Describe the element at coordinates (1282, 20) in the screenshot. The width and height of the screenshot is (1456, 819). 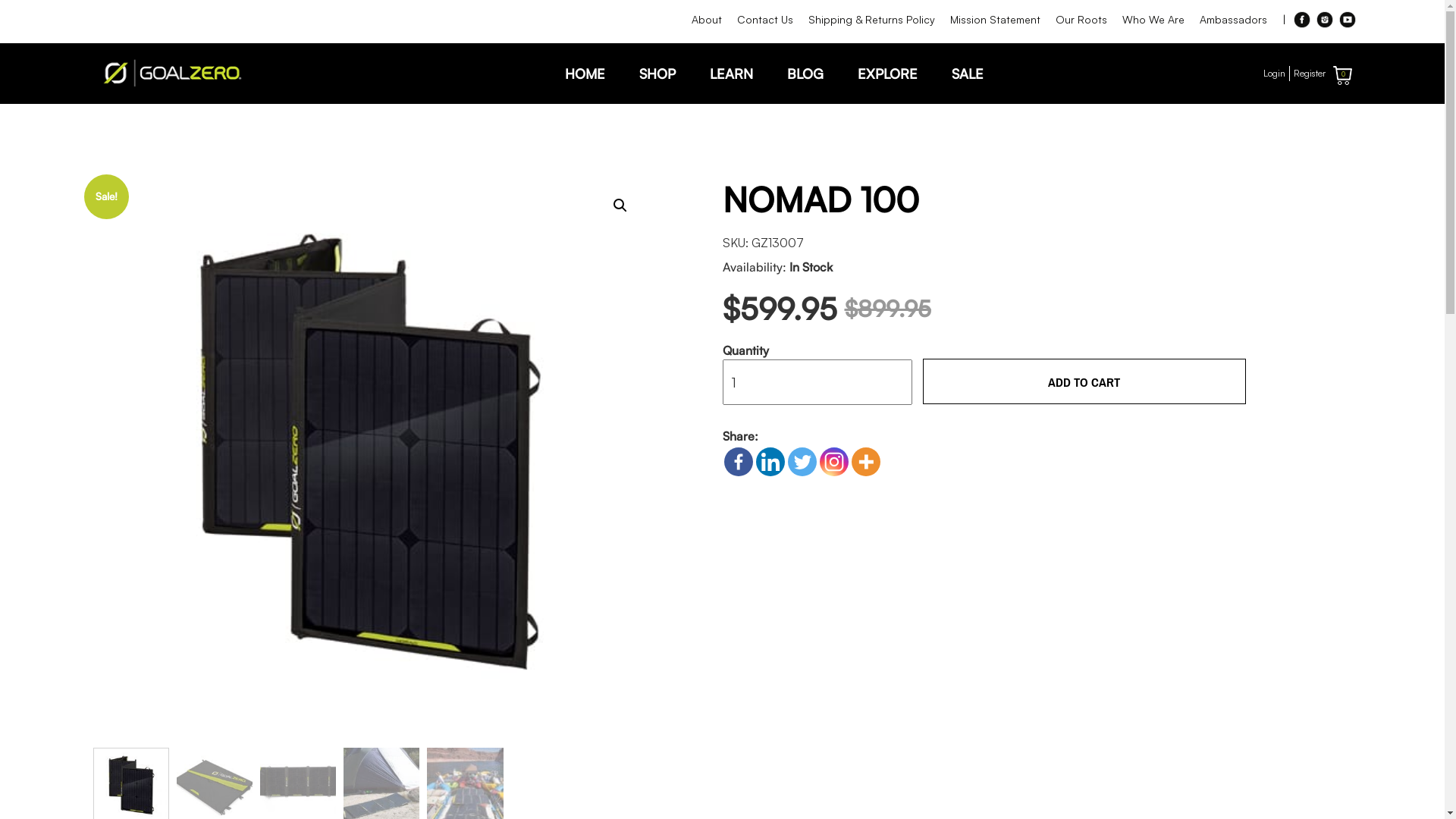
I see `'|'` at that location.